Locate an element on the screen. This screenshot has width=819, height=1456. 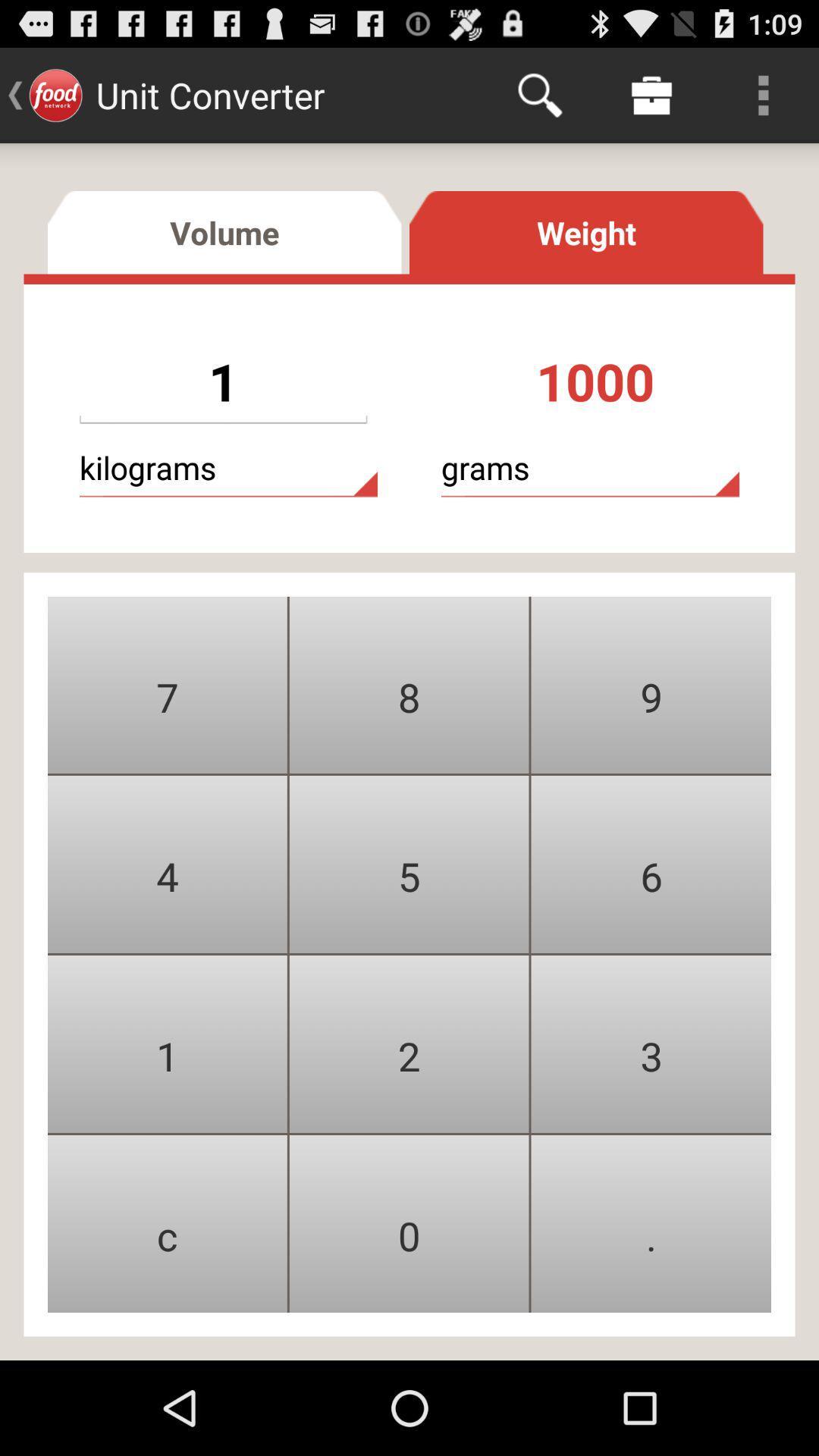
button between c and is located at coordinates (409, 1223).